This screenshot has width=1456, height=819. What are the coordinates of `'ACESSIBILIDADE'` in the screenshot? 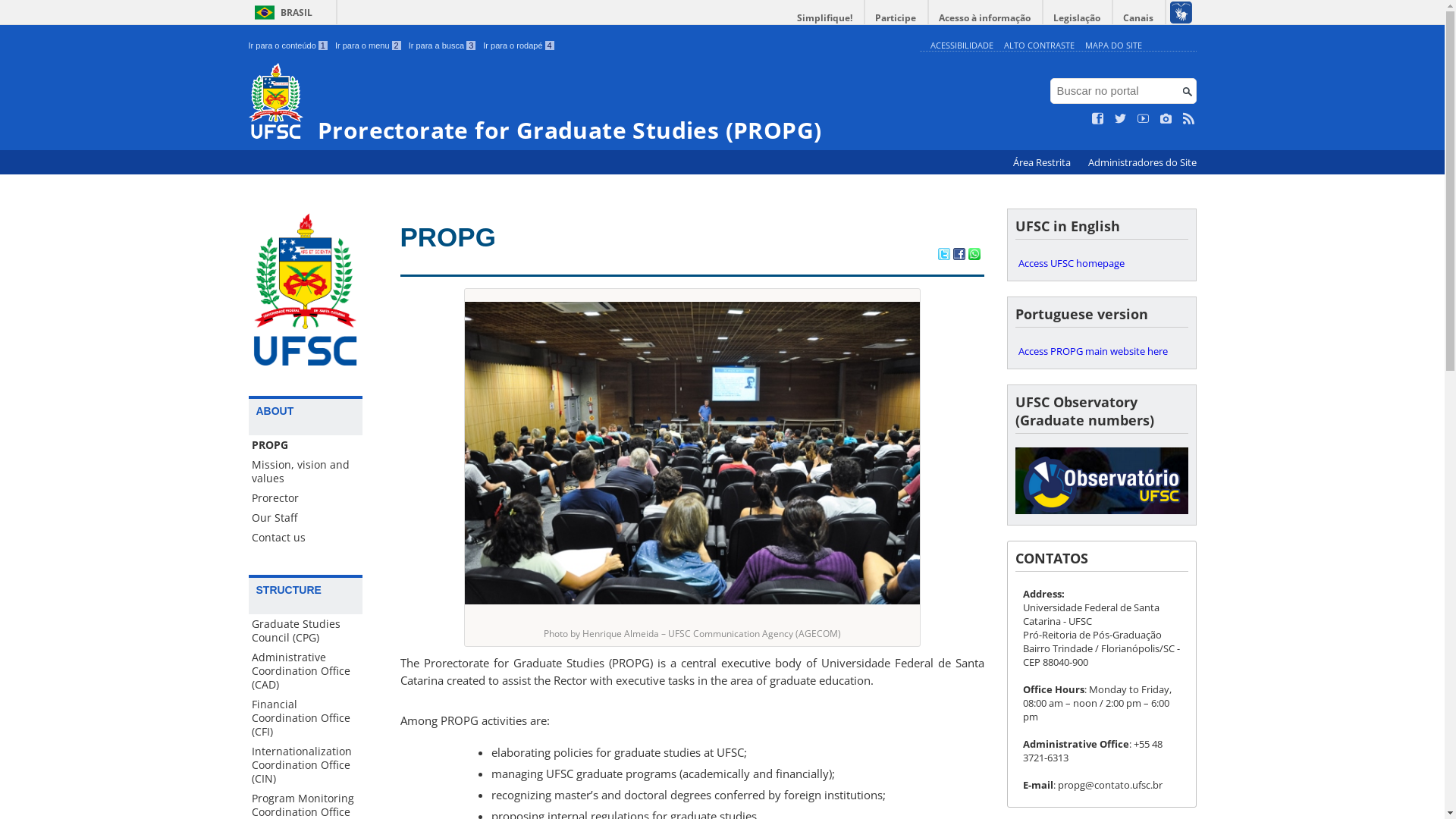 It's located at (960, 44).